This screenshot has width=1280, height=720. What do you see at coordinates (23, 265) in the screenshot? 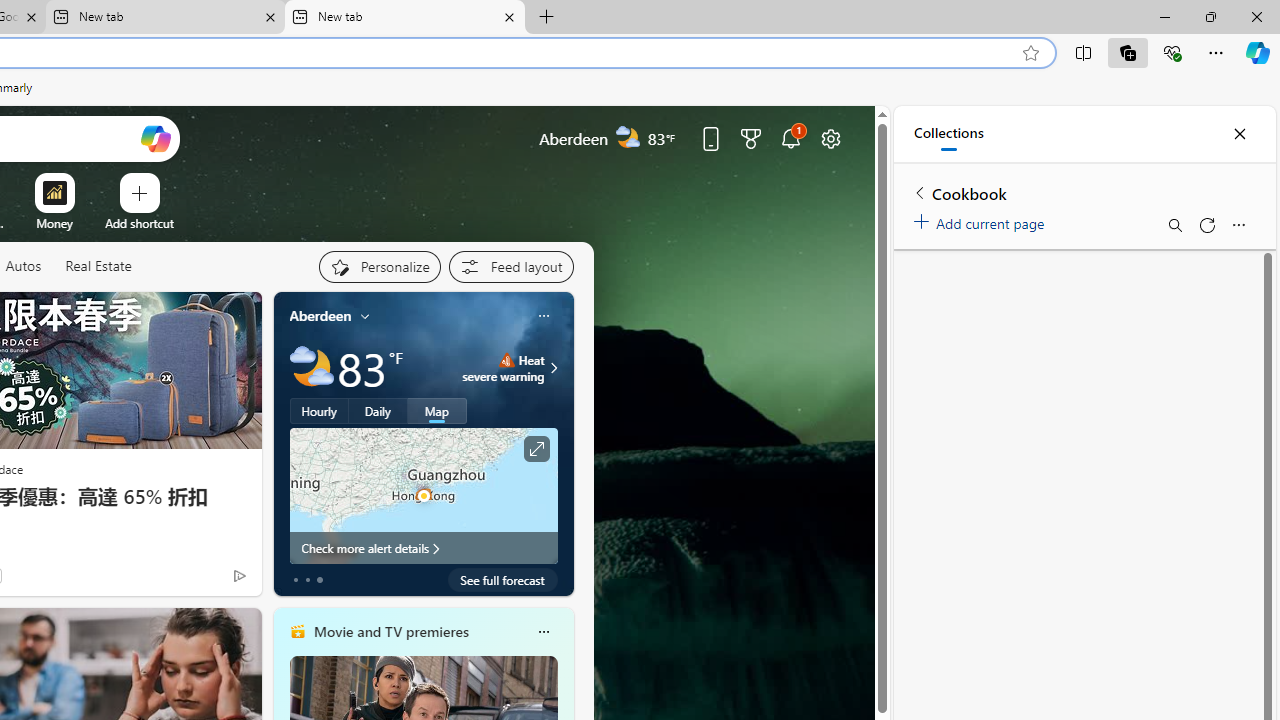
I see `'Autos'` at bounding box center [23, 265].